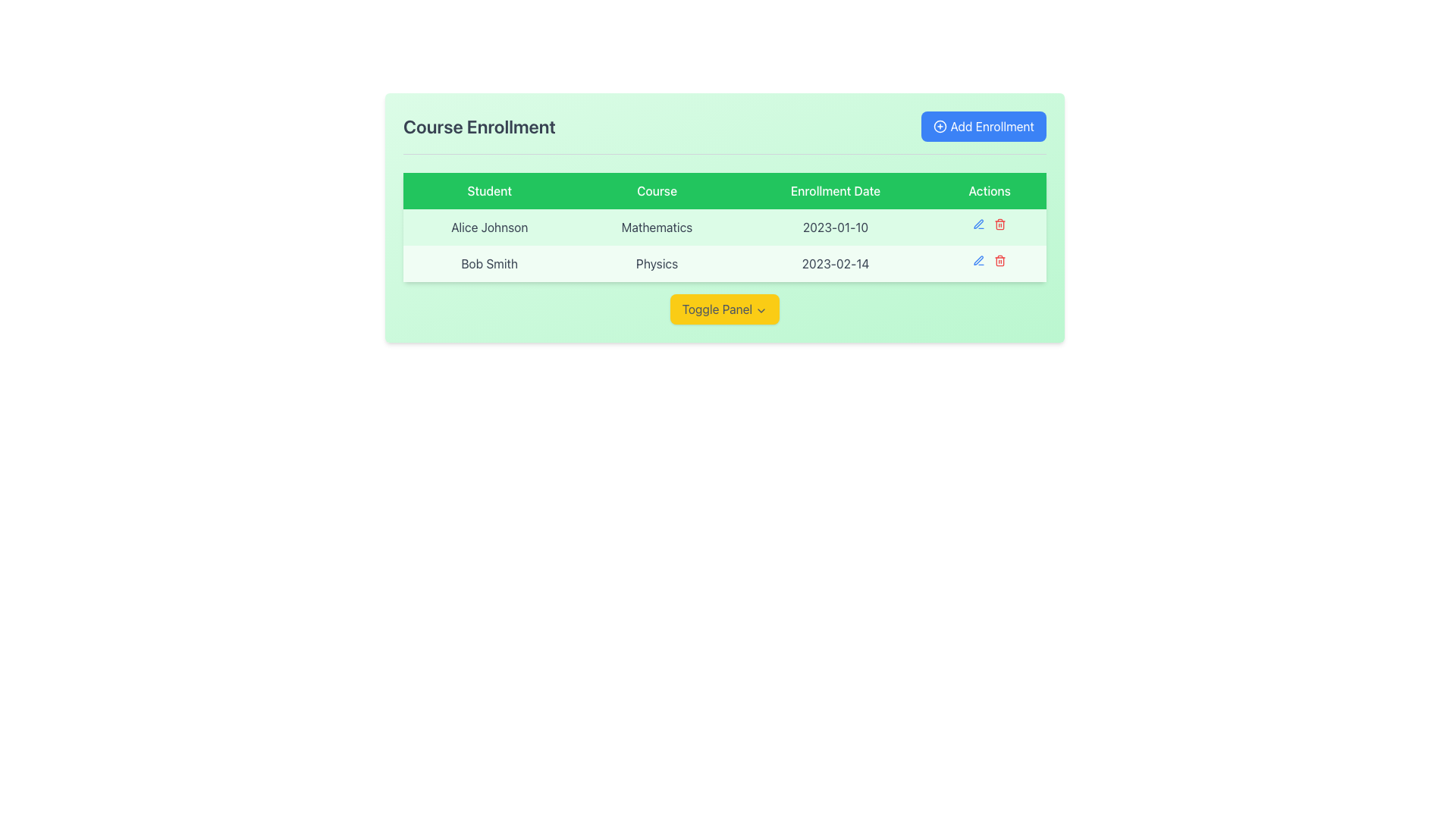 The image size is (1456, 819). Describe the element at coordinates (940, 125) in the screenshot. I see `the 'Add Enrollment' button which contains an unfilled SVG circle icon located at the top-right corner of the UI component` at that location.